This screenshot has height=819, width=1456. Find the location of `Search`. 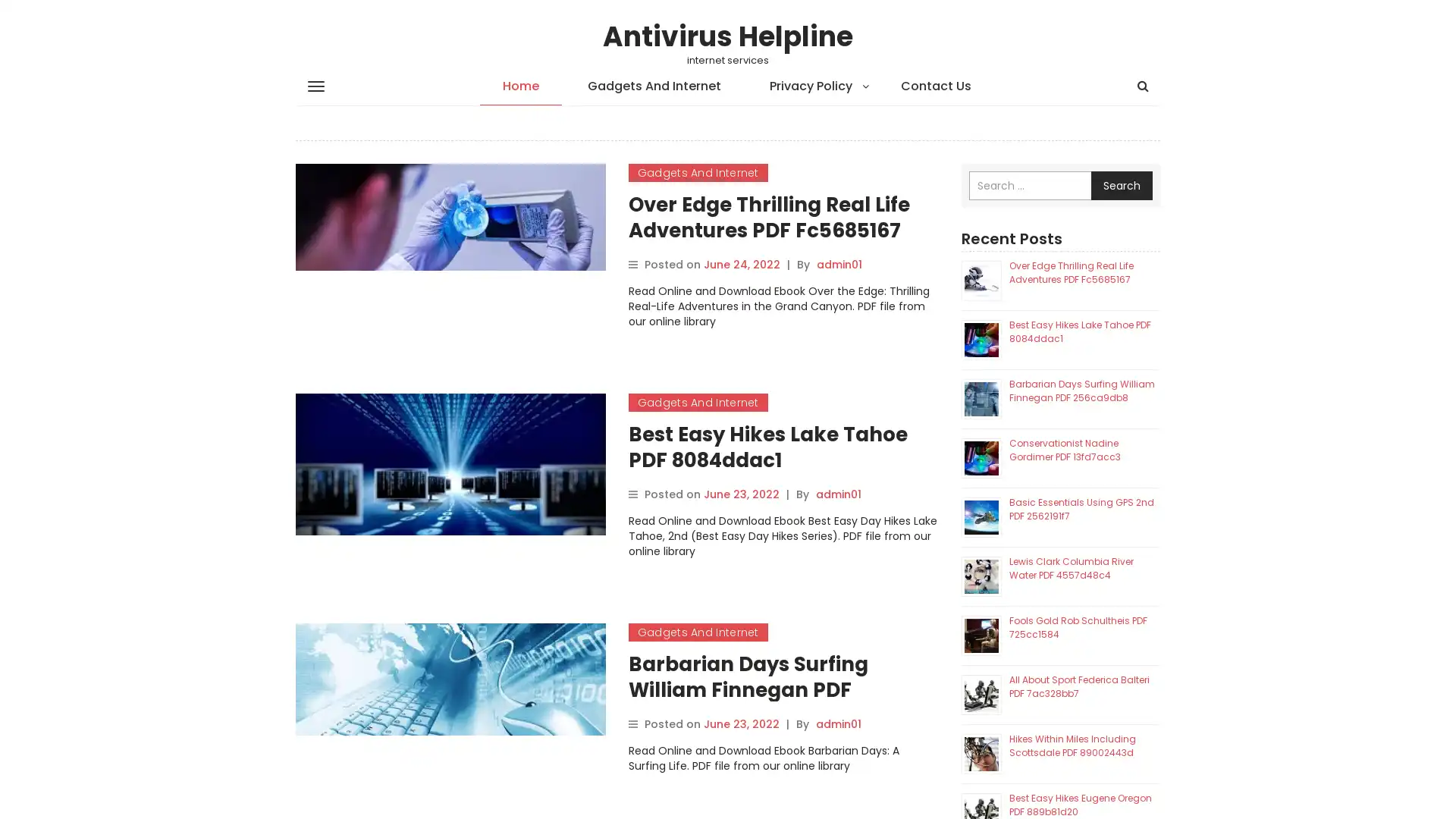

Search is located at coordinates (1122, 185).